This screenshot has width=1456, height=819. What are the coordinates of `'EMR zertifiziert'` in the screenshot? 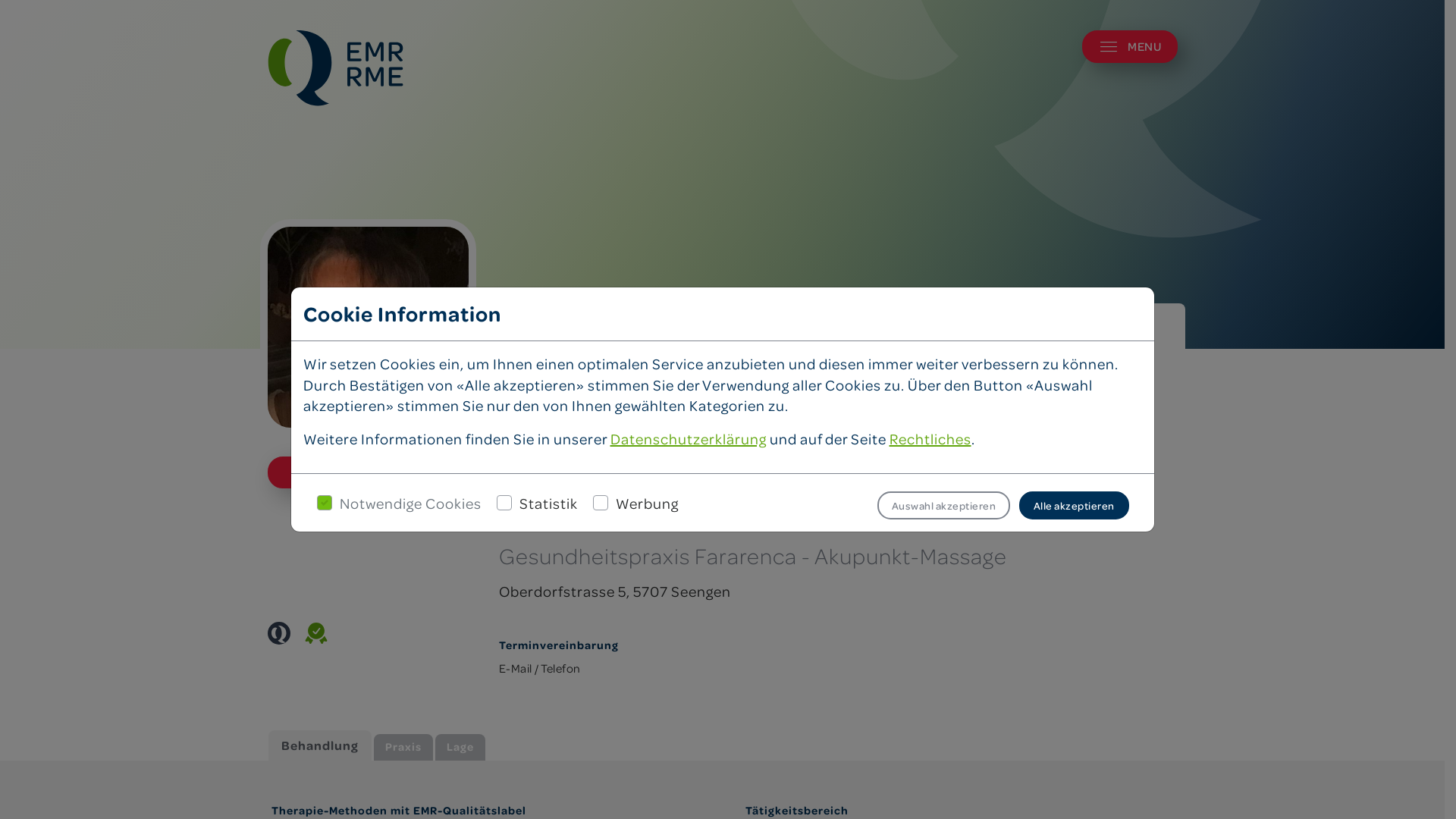 It's located at (278, 632).